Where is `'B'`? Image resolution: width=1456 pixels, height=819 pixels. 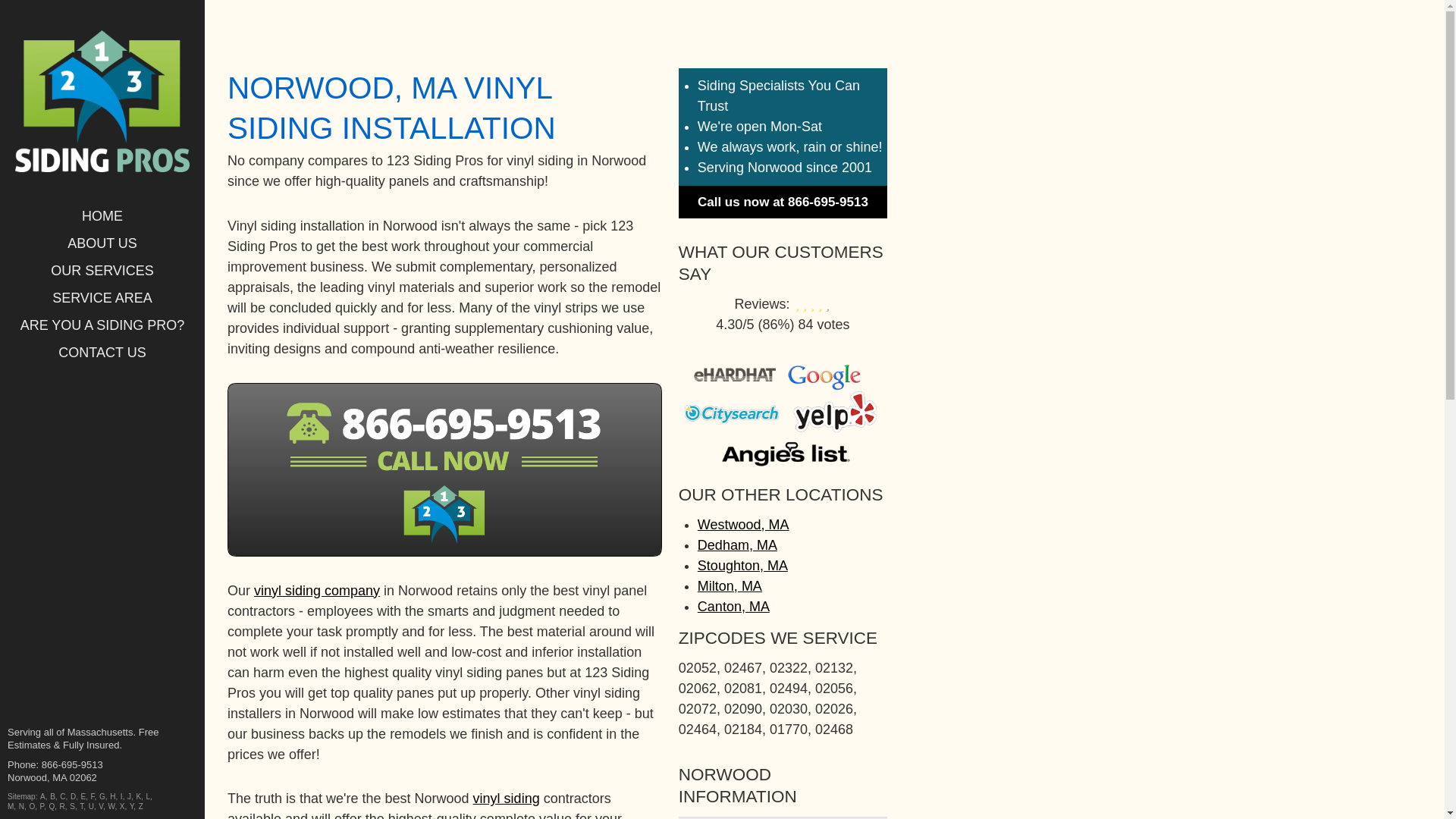 'B' is located at coordinates (52, 795).